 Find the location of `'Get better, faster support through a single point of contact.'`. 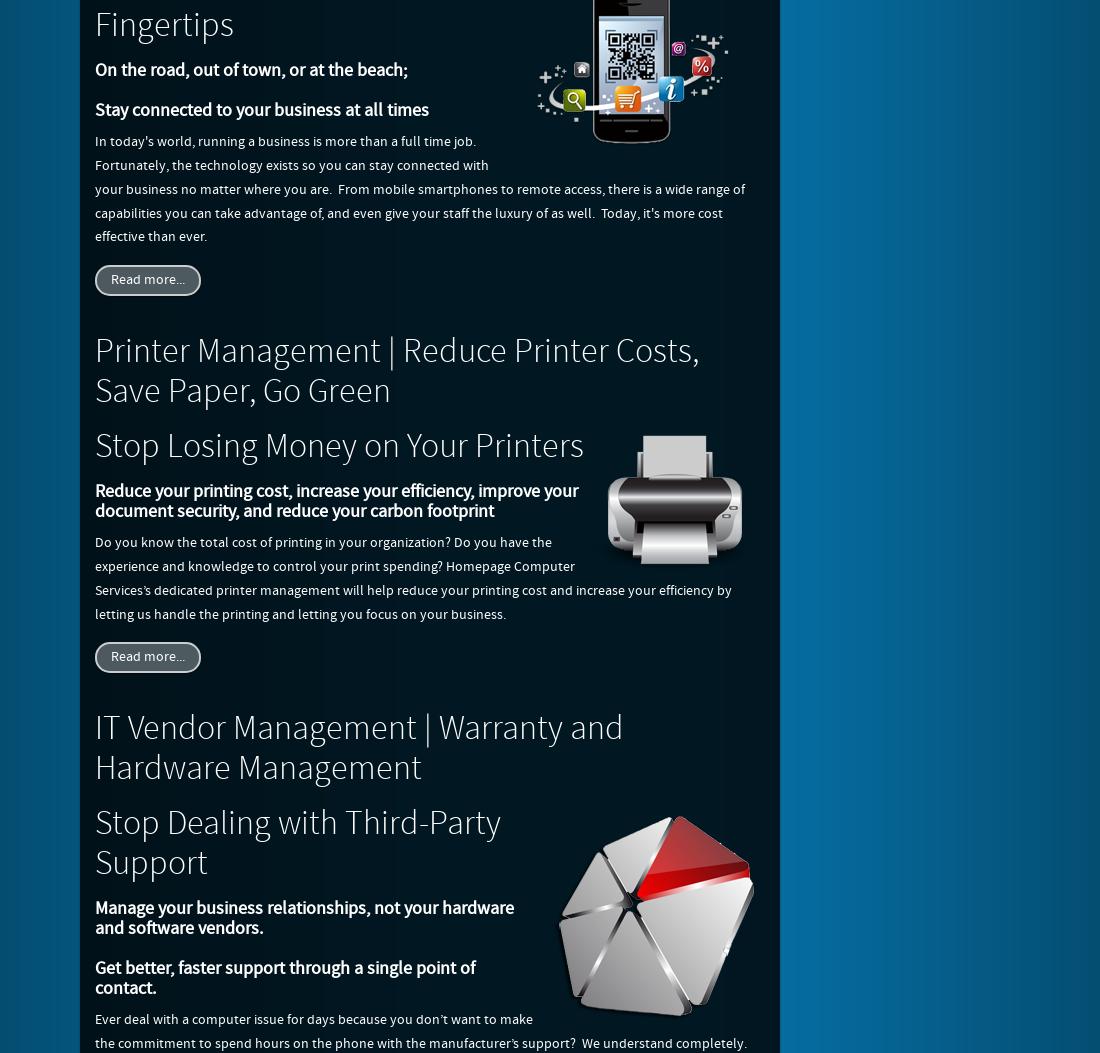

'Get better, faster support through a single point of contact.' is located at coordinates (284, 978).